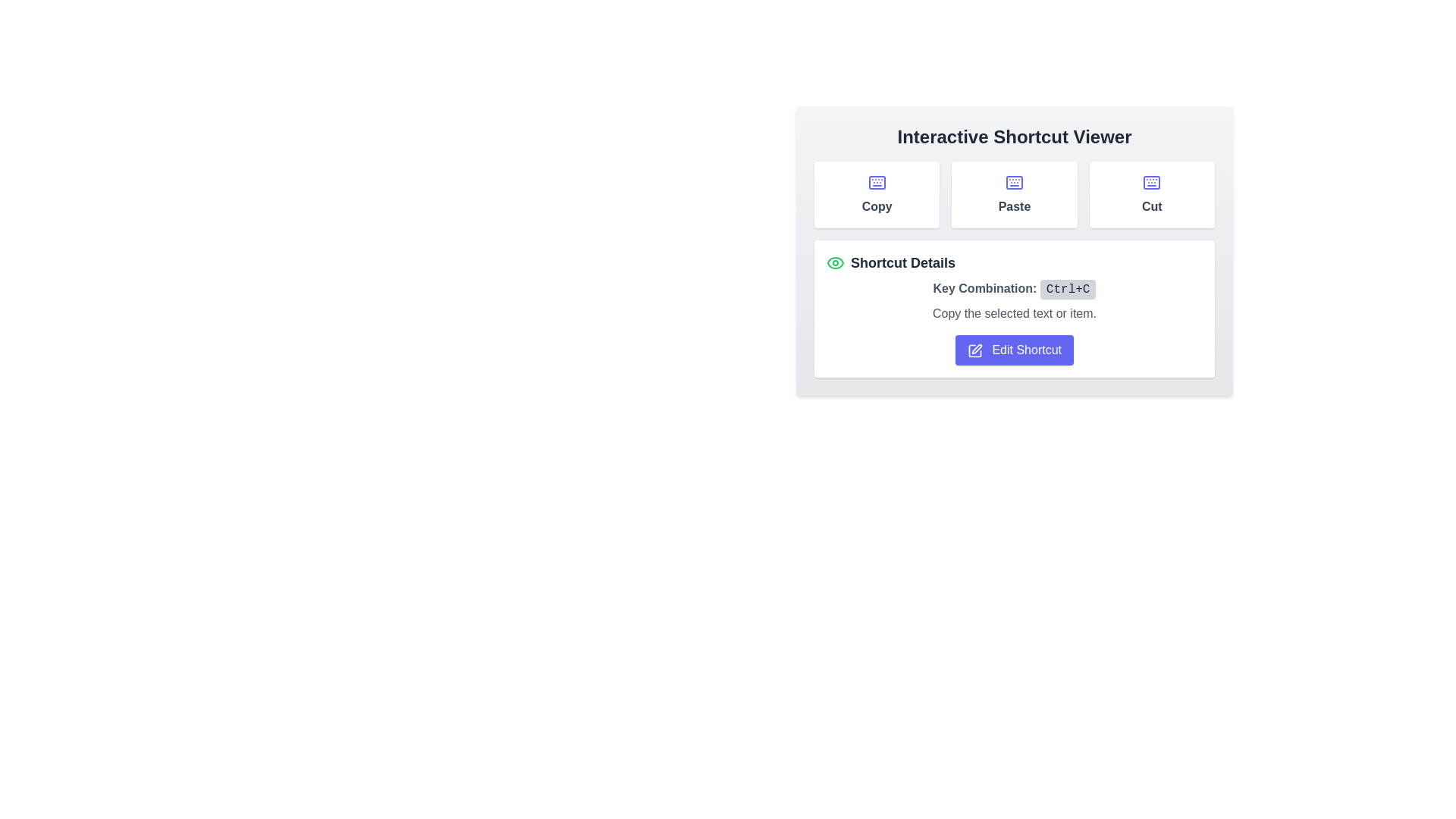 This screenshot has height=819, width=1456. Describe the element at coordinates (984, 288) in the screenshot. I see `the label indicating the key combination associated with a shortcut, located in the lower half of the interface within the 'Shortcut Details' section` at that location.